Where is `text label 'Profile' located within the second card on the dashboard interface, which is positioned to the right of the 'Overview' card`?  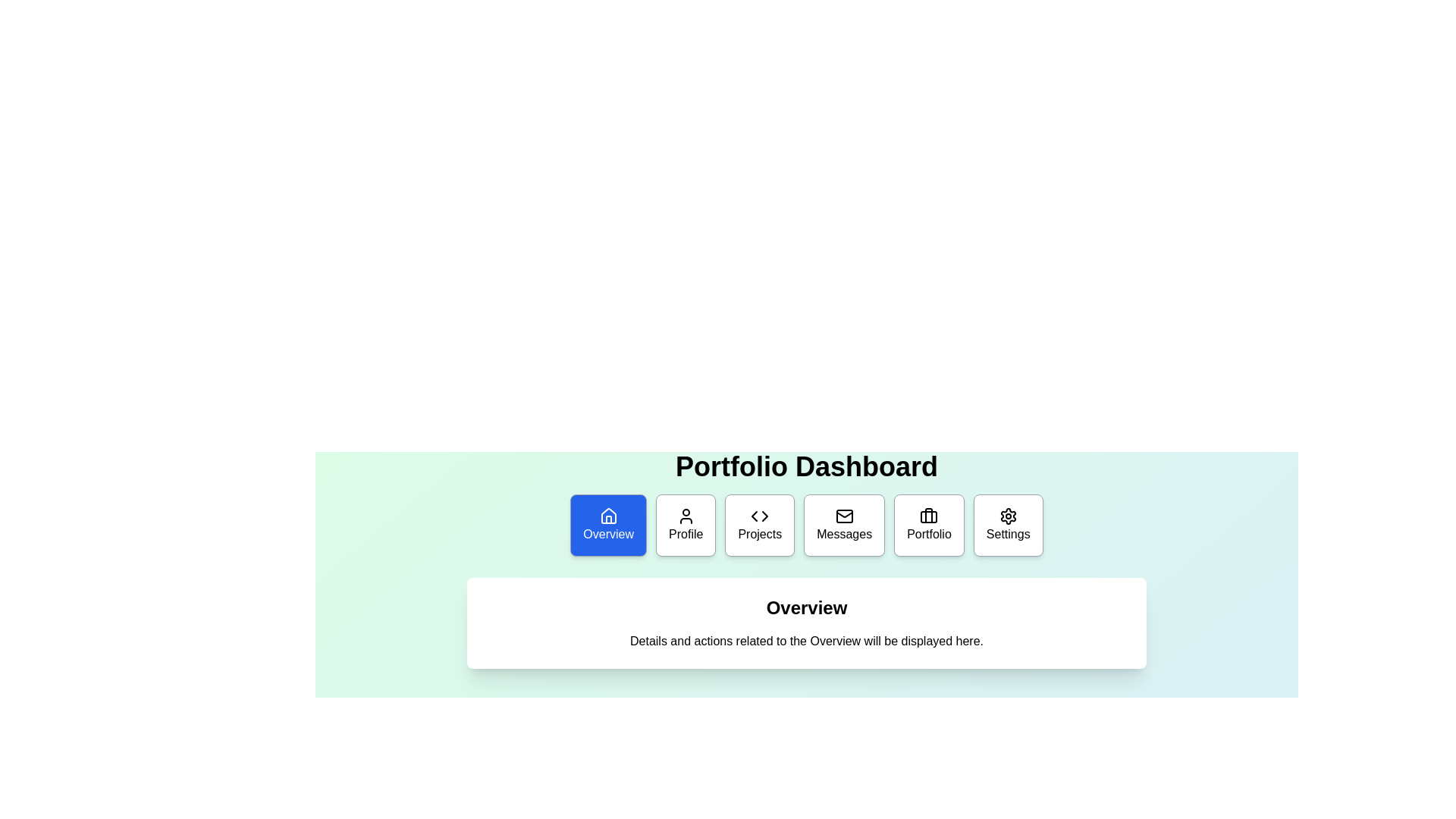
text label 'Profile' located within the second card on the dashboard interface, which is positioned to the right of the 'Overview' card is located at coordinates (685, 534).